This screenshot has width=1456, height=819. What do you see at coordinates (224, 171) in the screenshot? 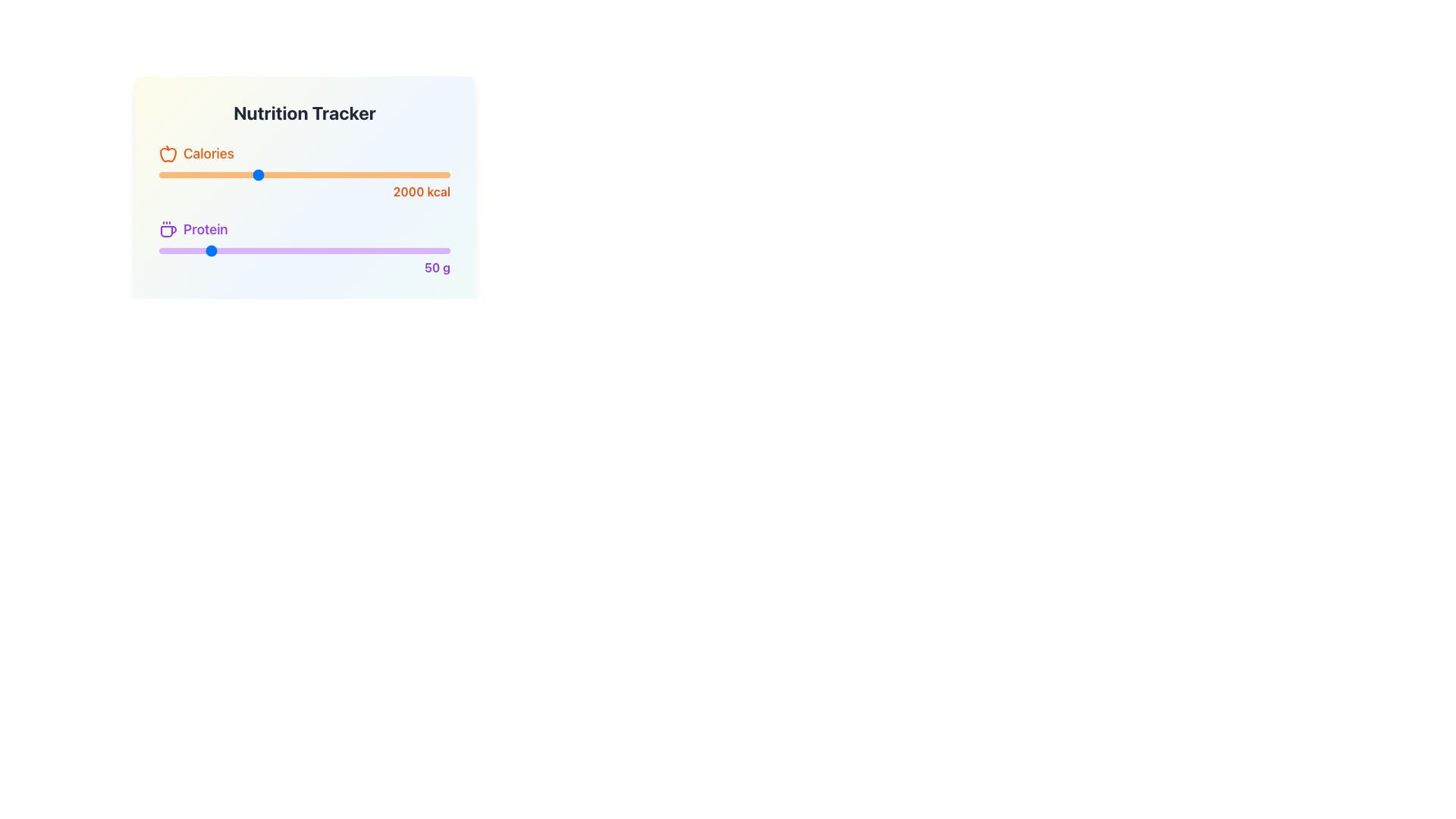
I see `calorie intake` at bounding box center [224, 171].